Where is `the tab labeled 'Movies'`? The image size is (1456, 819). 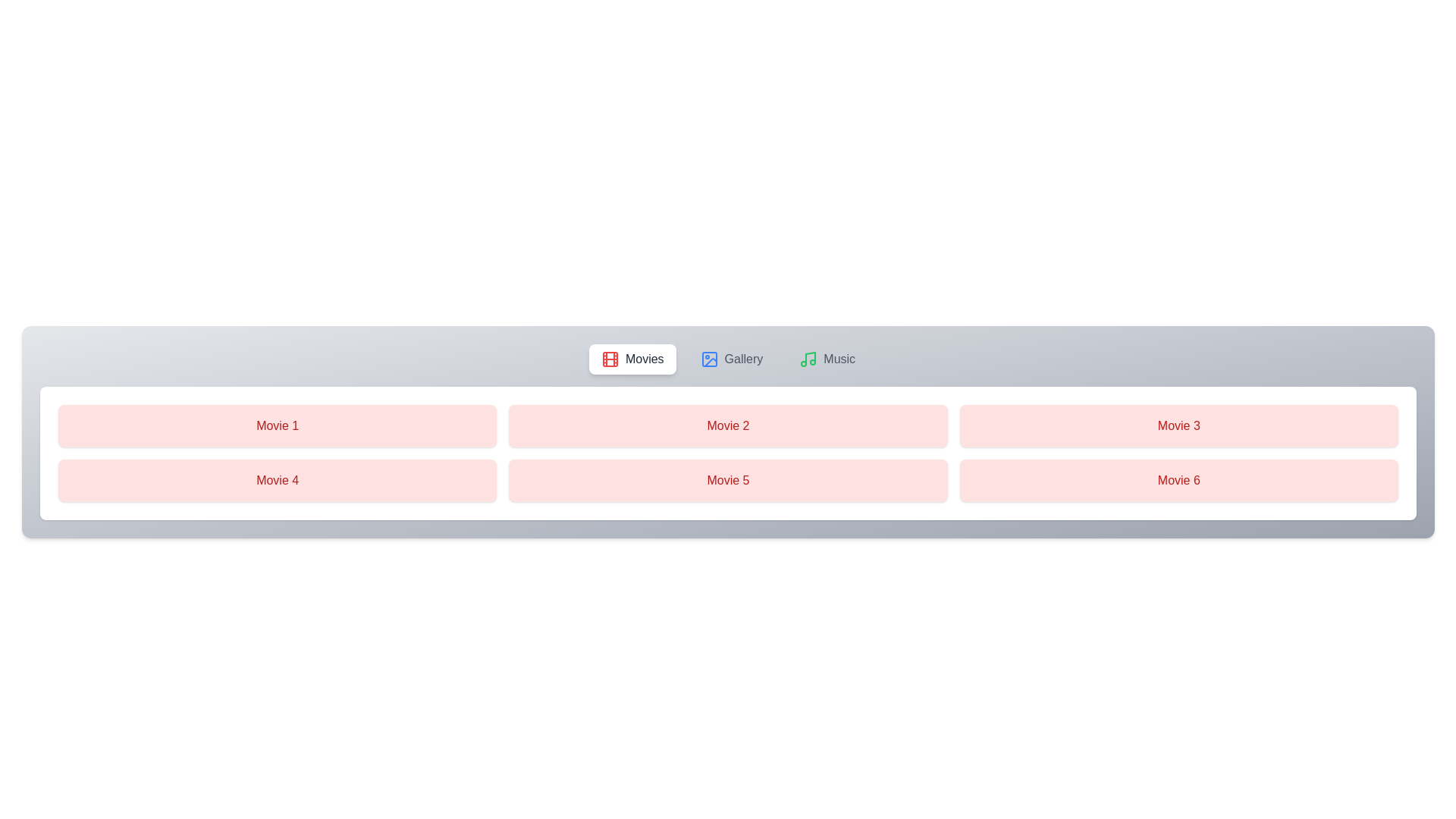
the tab labeled 'Movies' is located at coordinates (632, 359).